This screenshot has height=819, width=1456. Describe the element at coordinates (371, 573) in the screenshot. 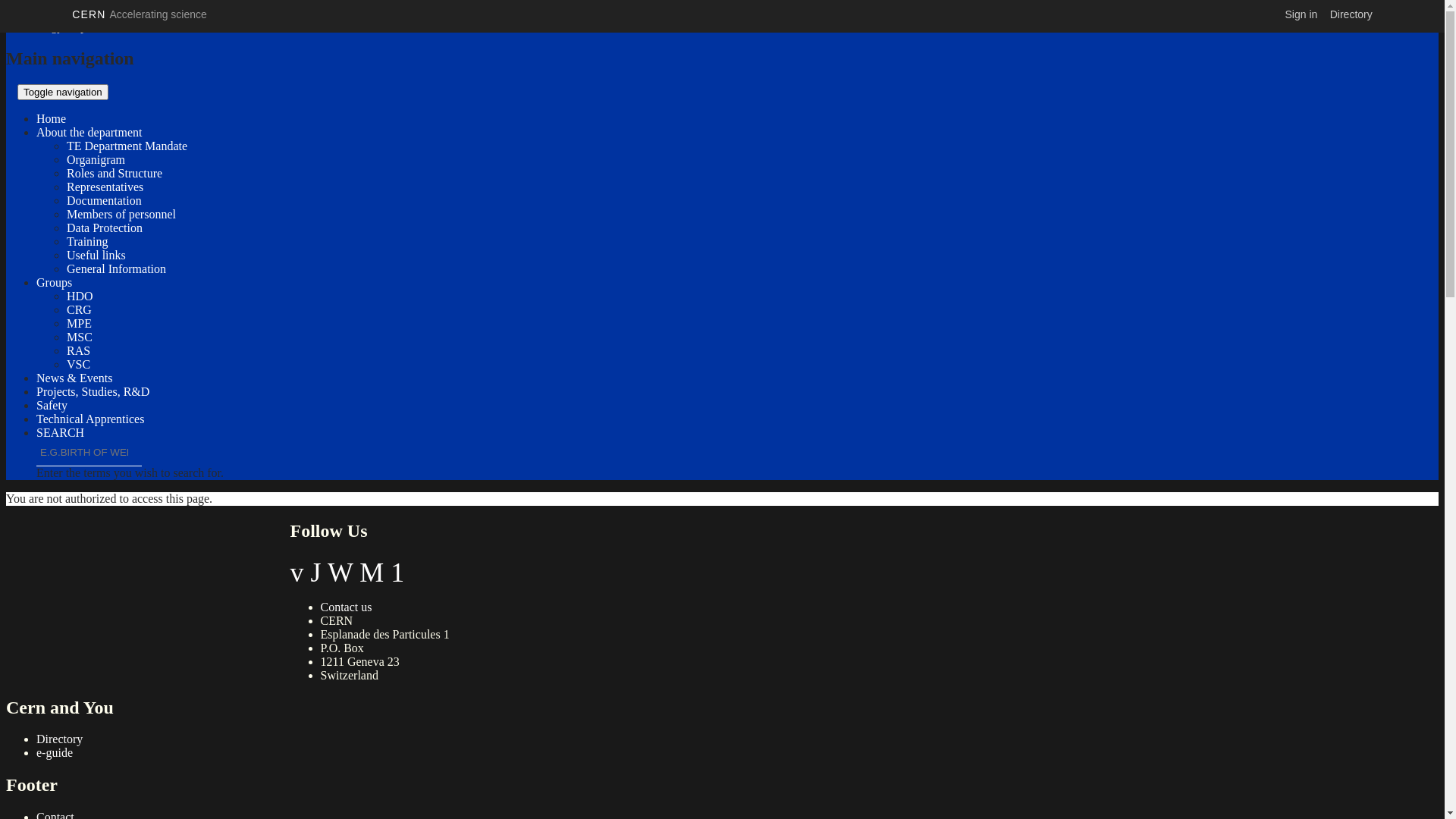

I see `'M'` at that location.